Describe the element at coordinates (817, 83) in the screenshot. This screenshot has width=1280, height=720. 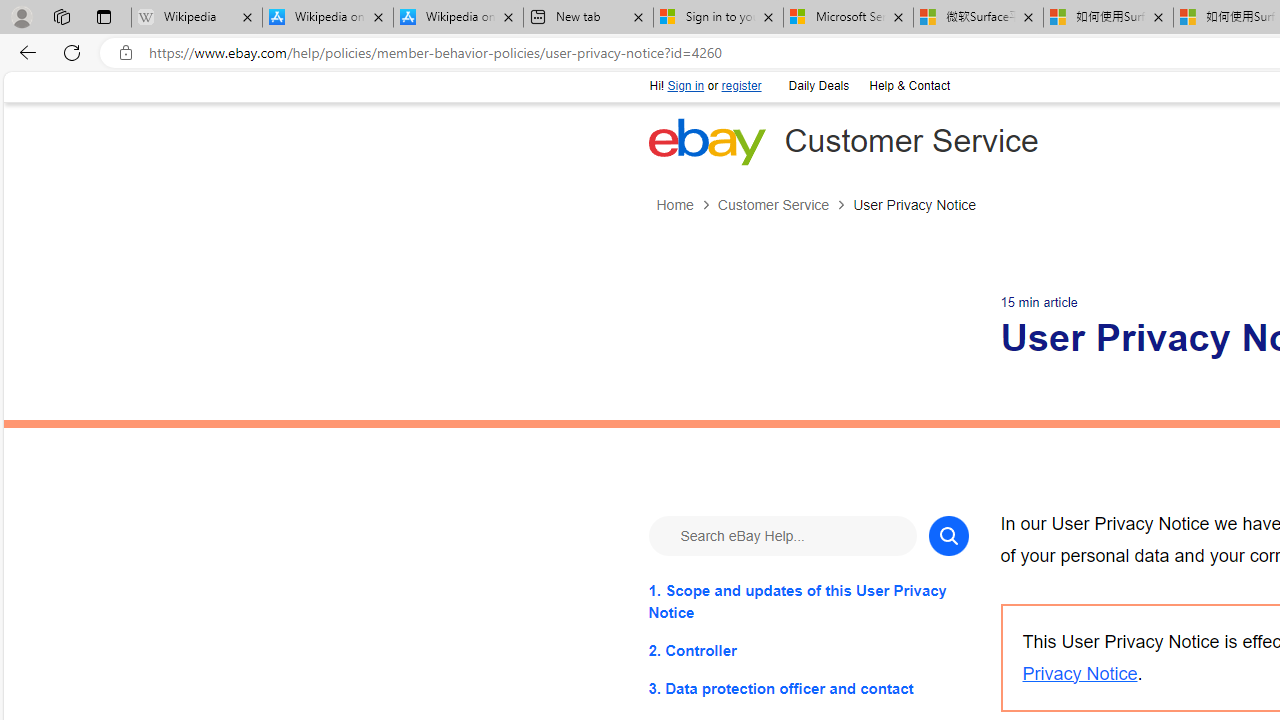
I see `'Daily Deals'` at that location.